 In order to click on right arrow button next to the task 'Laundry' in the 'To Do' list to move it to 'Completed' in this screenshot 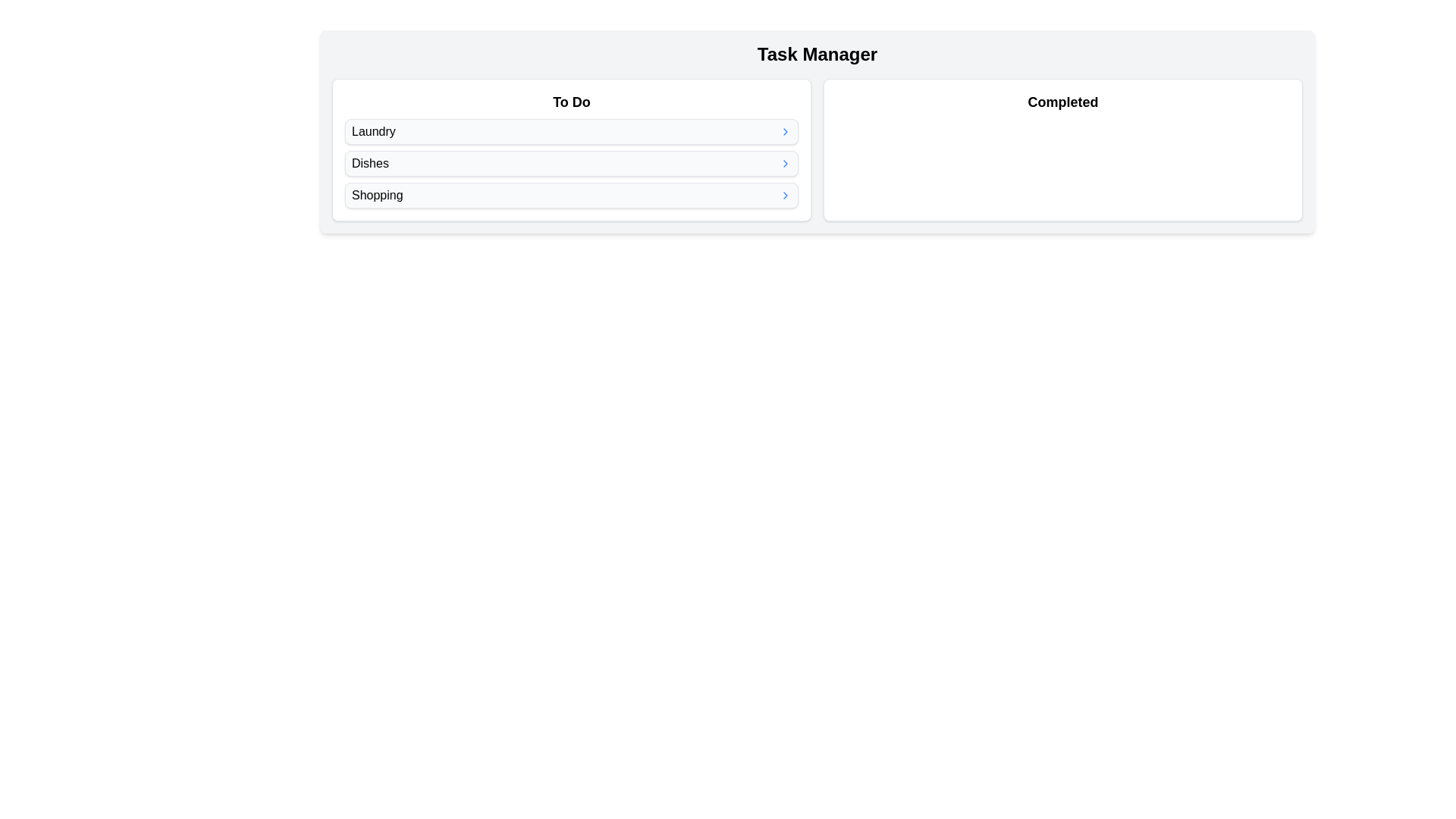, I will do `click(786, 130)`.